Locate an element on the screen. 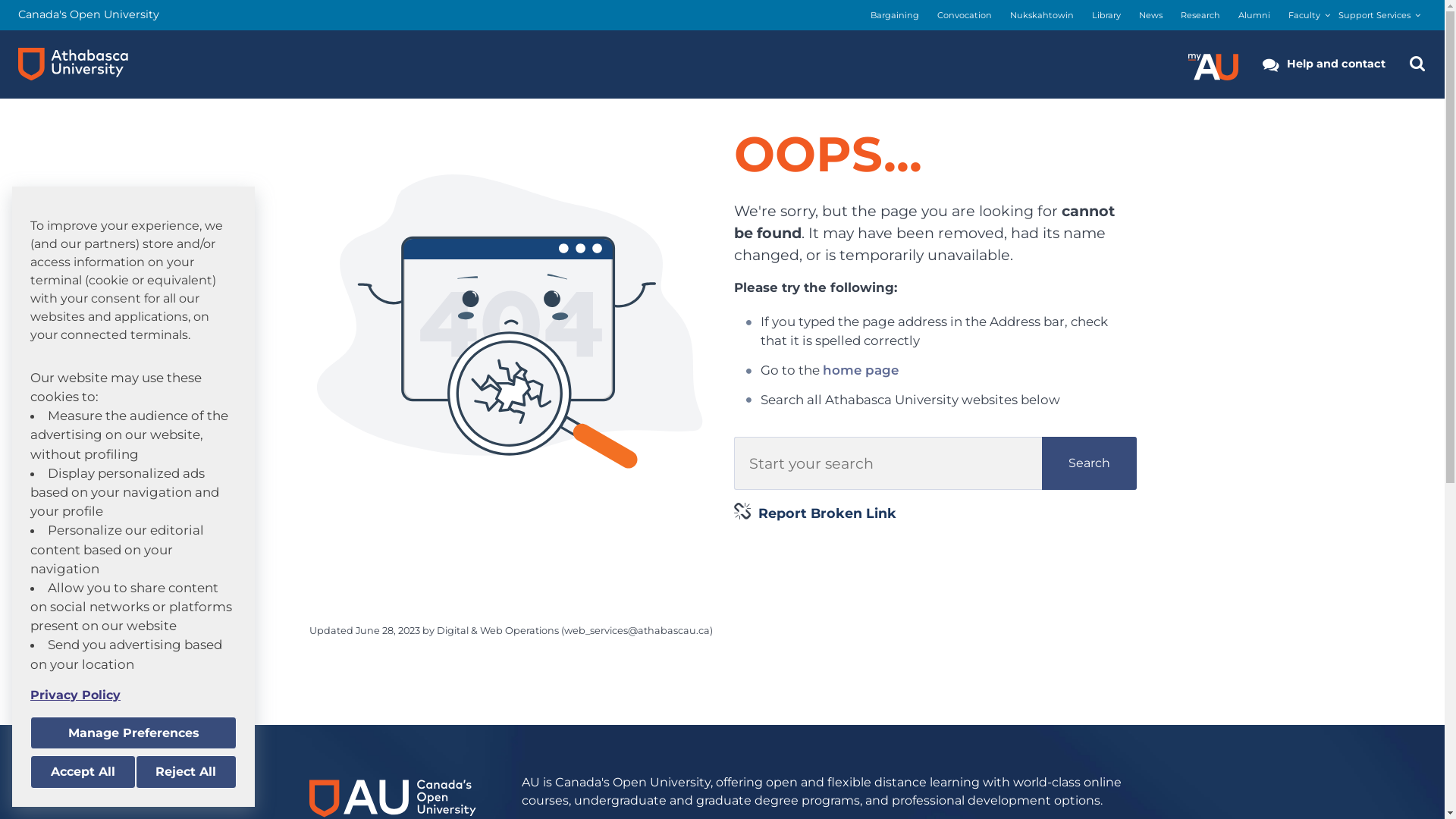 The width and height of the screenshot is (1456, 819). 'Library' is located at coordinates (1106, 15).